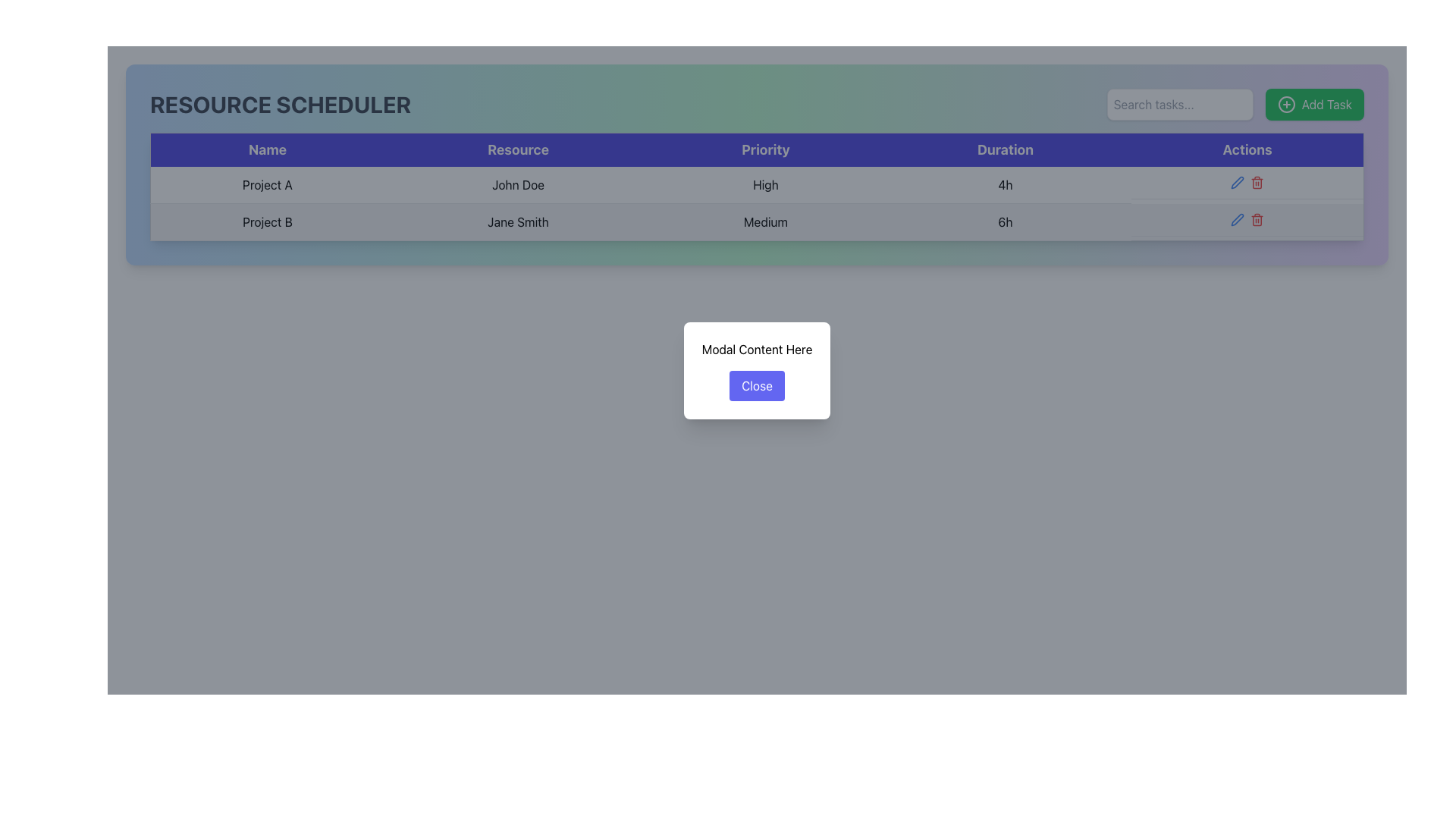 This screenshot has height=819, width=1456. I want to click on the decorative graphical icon embedded in the 'Add Task' button located in the upper-right section of the interface, so click(1285, 104).